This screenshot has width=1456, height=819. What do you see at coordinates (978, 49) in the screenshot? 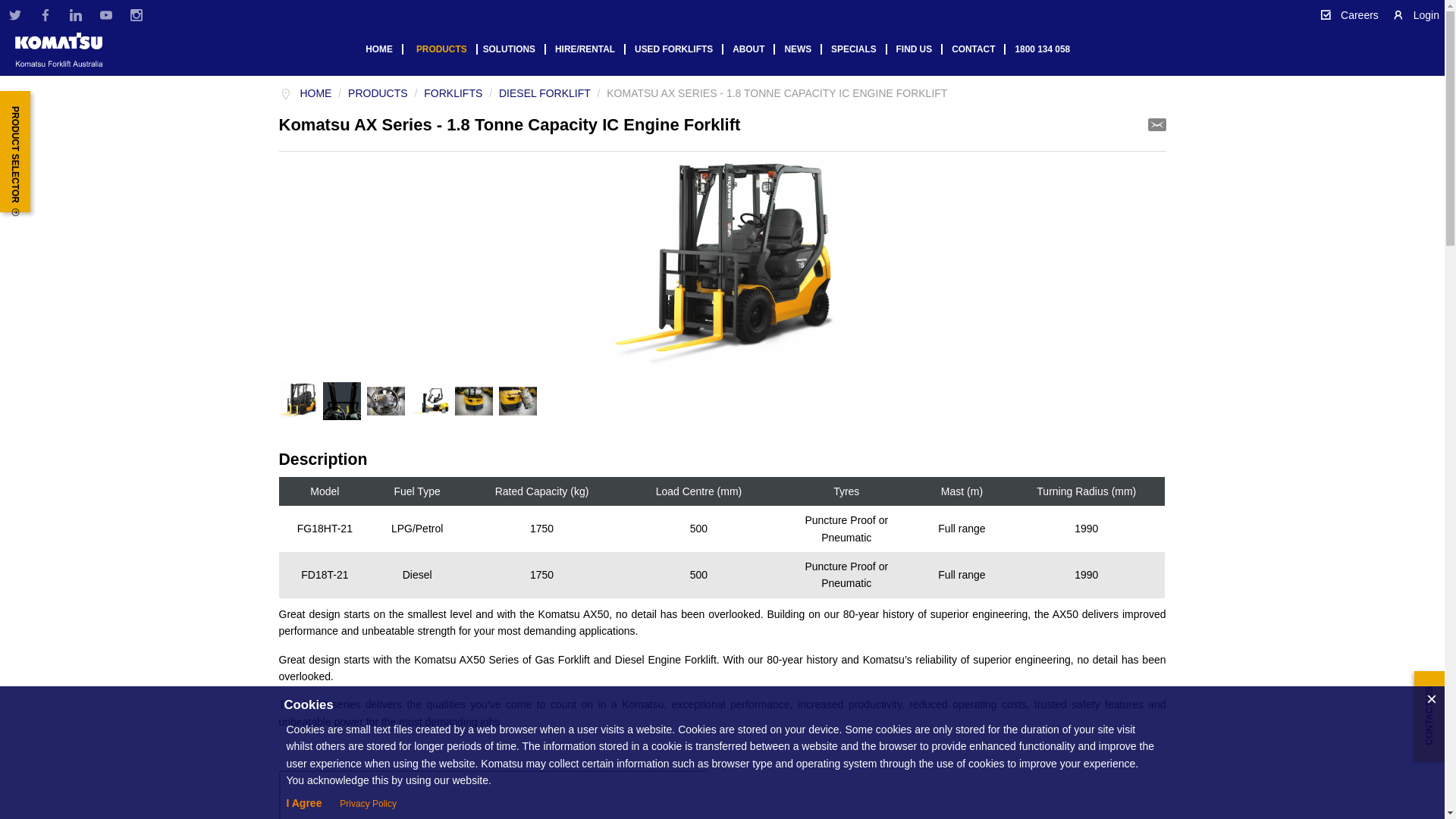
I see `'CONTACT'` at bounding box center [978, 49].